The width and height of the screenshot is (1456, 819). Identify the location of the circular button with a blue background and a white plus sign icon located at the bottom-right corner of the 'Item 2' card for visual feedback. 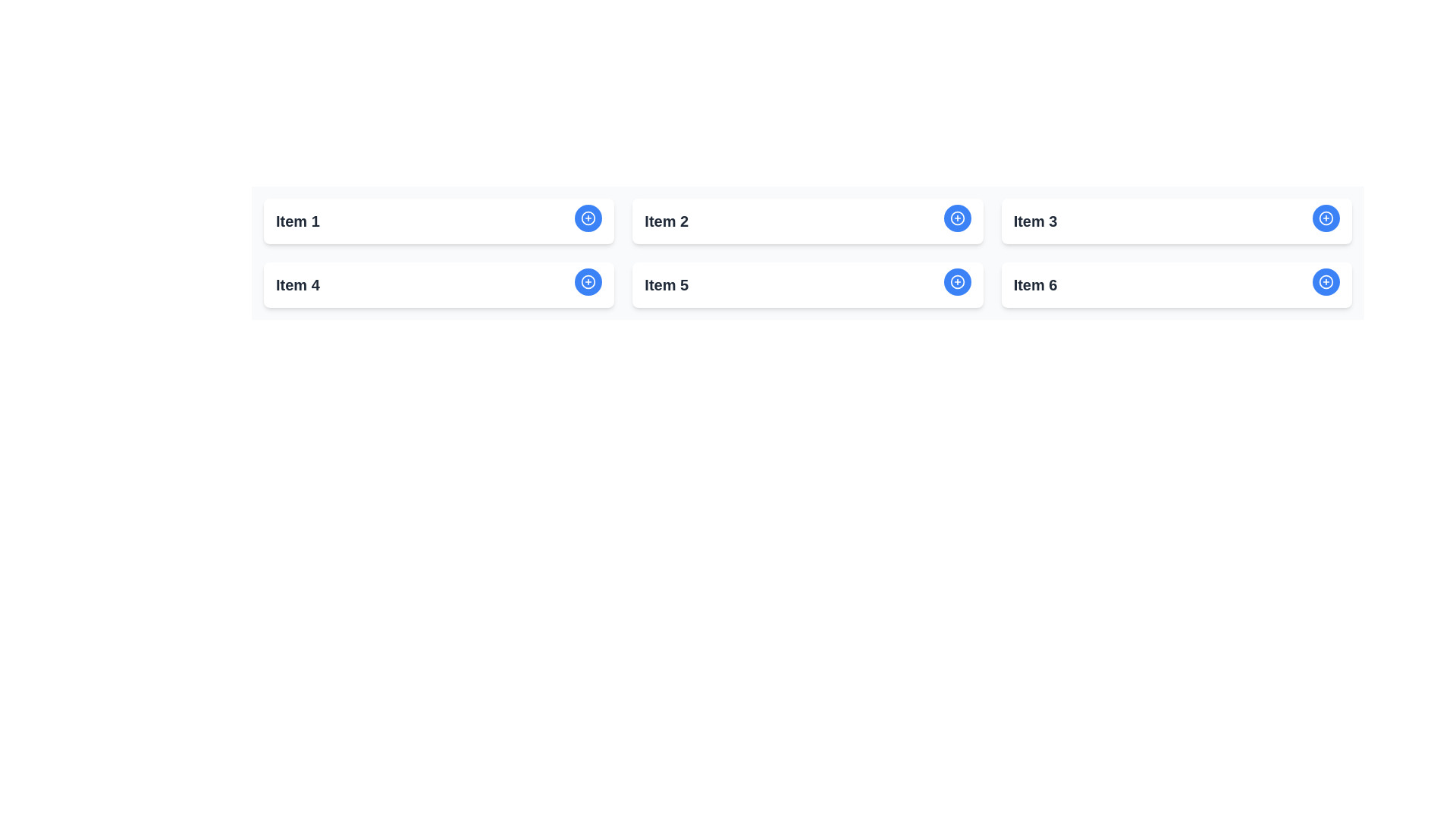
(956, 218).